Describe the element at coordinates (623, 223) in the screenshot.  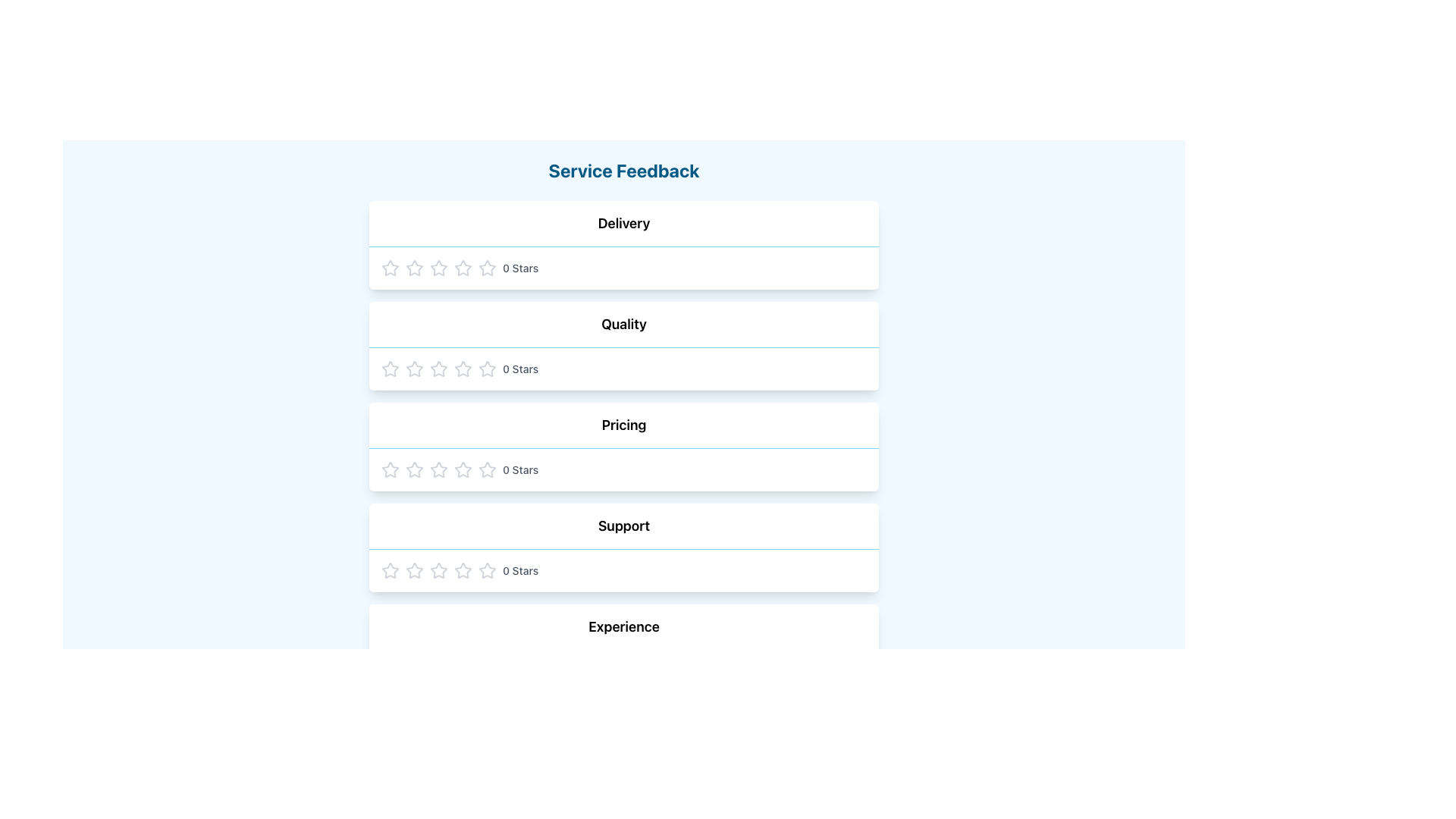
I see `the 'Delivery' text label in the 'Service Feedback' section, which is the top text label above the star rating row labeled '0 Stars'` at that location.